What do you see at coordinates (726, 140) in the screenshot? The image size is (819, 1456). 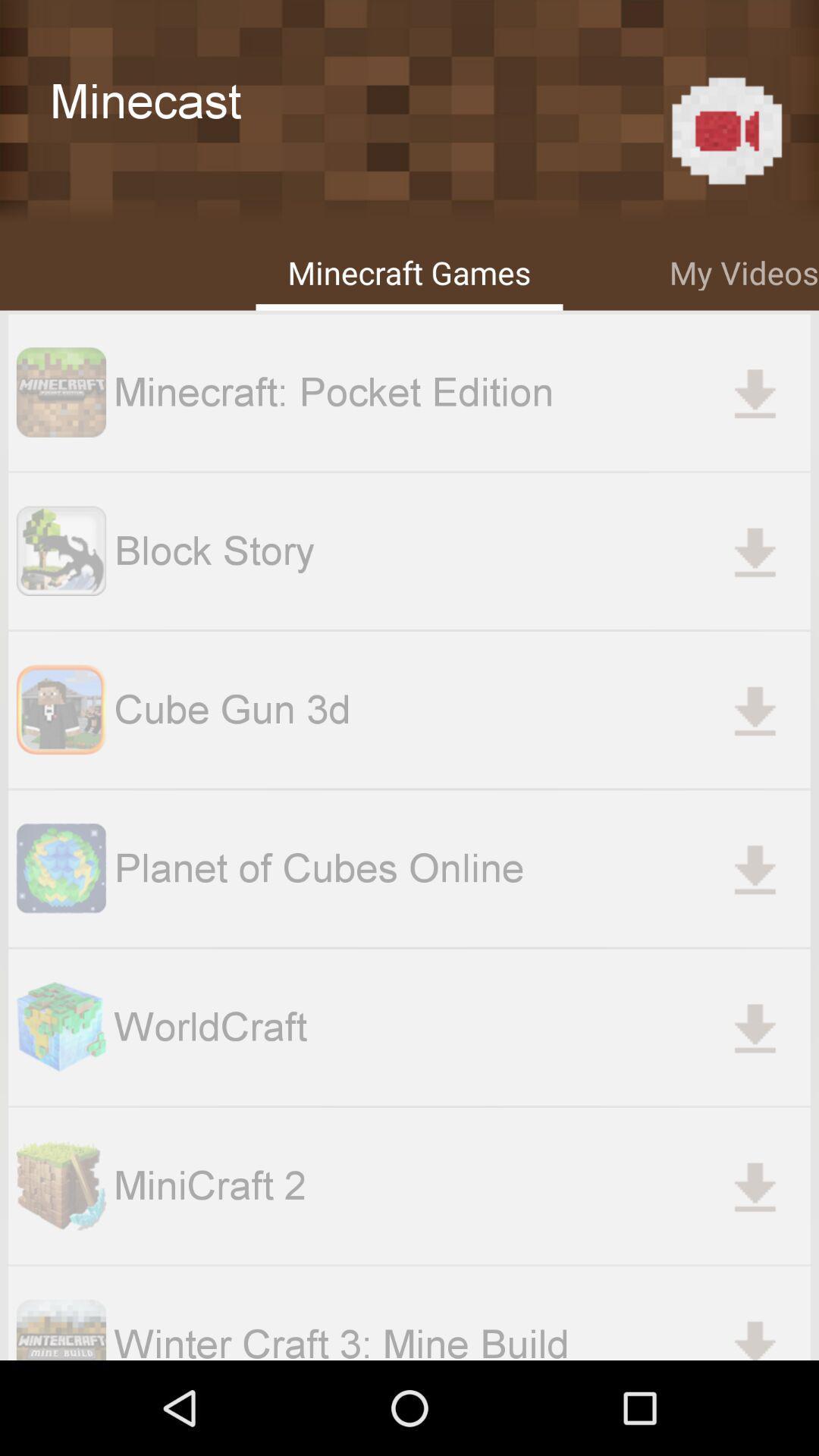 I see `the videocam icon` at bounding box center [726, 140].